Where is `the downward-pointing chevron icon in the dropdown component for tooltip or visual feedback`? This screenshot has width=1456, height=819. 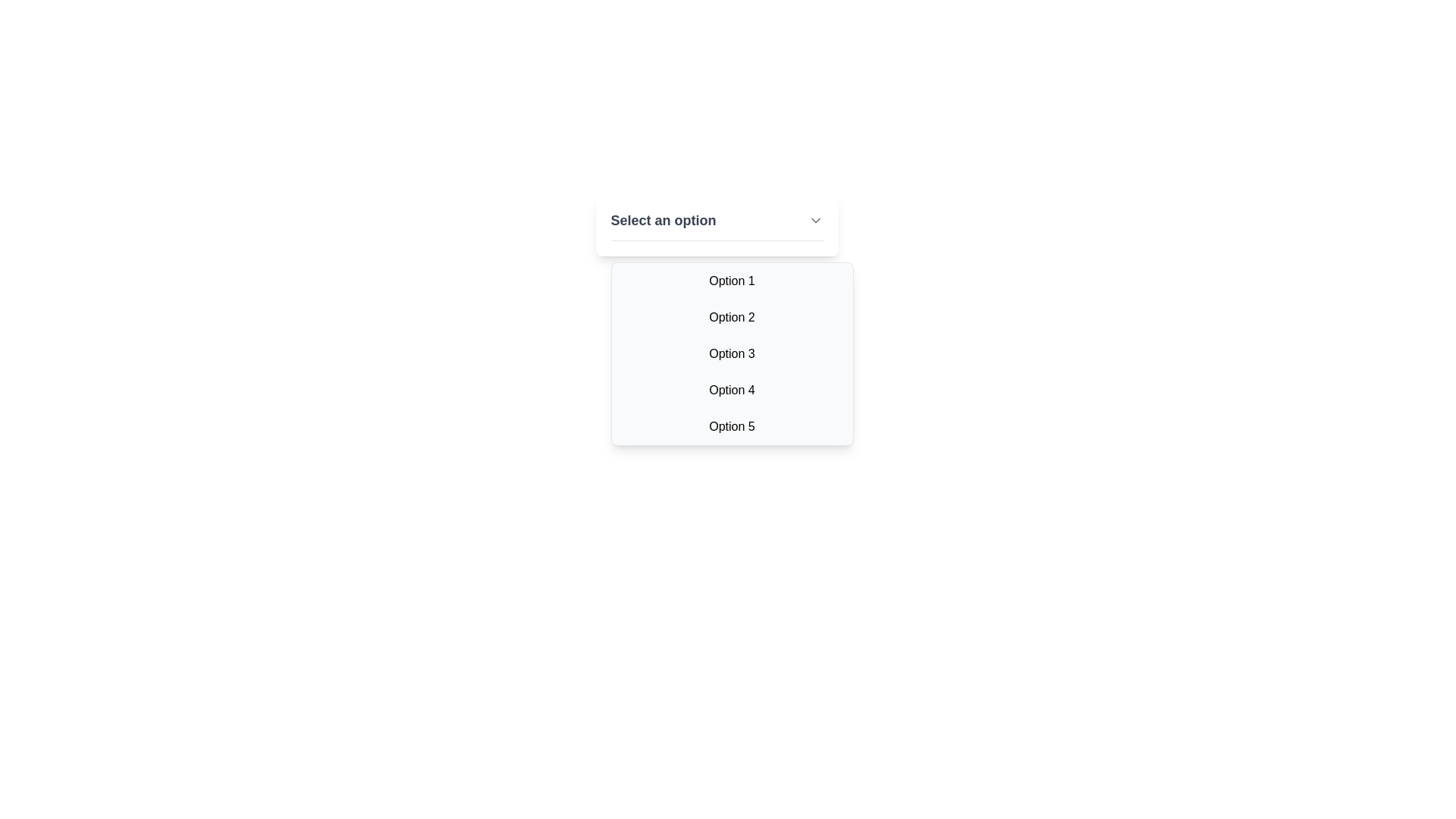
the downward-pointing chevron icon in the dropdown component for tooltip or visual feedback is located at coordinates (814, 220).